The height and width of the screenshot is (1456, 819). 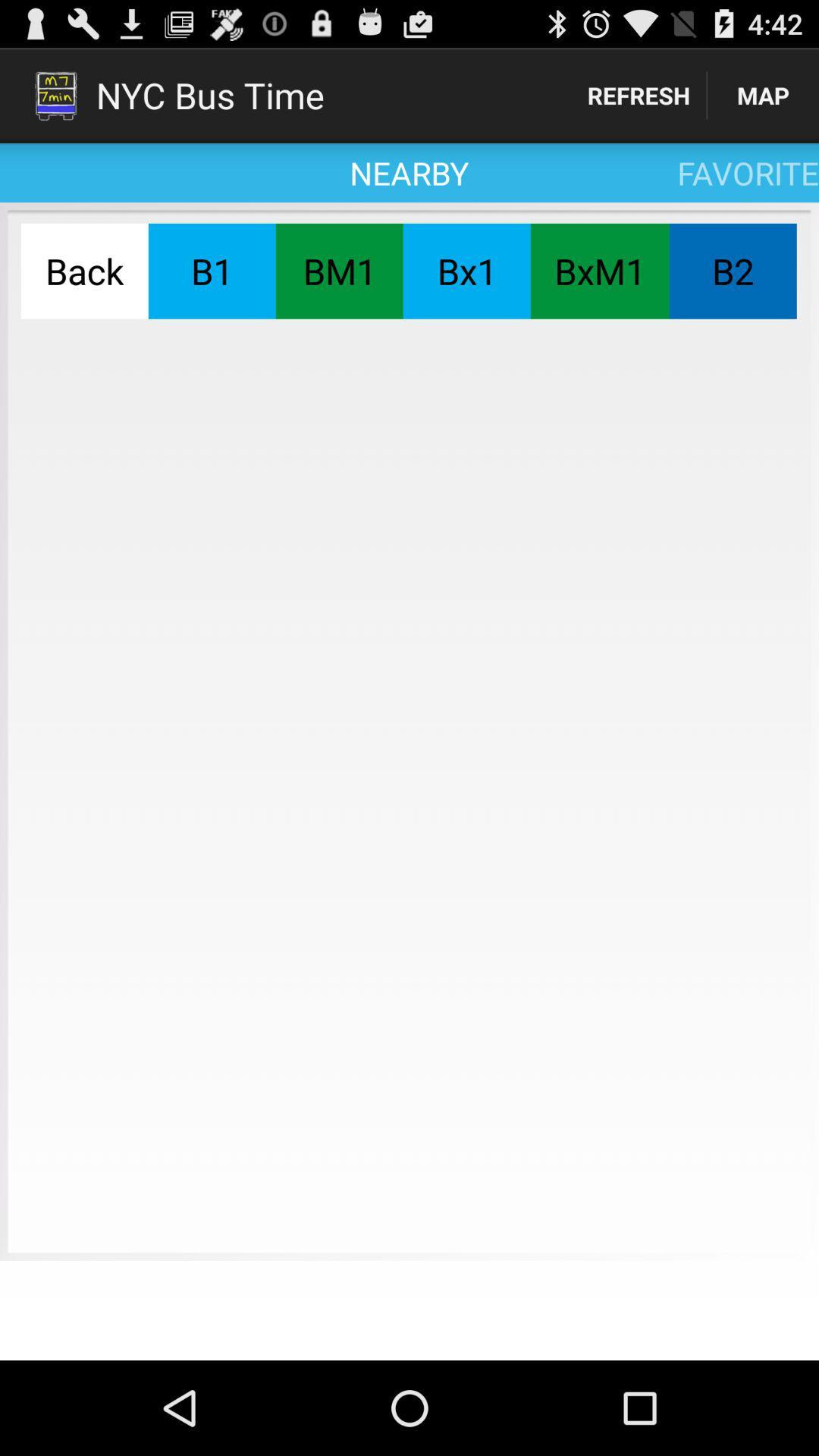 What do you see at coordinates (212, 271) in the screenshot?
I see `b1 icon` at bounding box center [212, 271].